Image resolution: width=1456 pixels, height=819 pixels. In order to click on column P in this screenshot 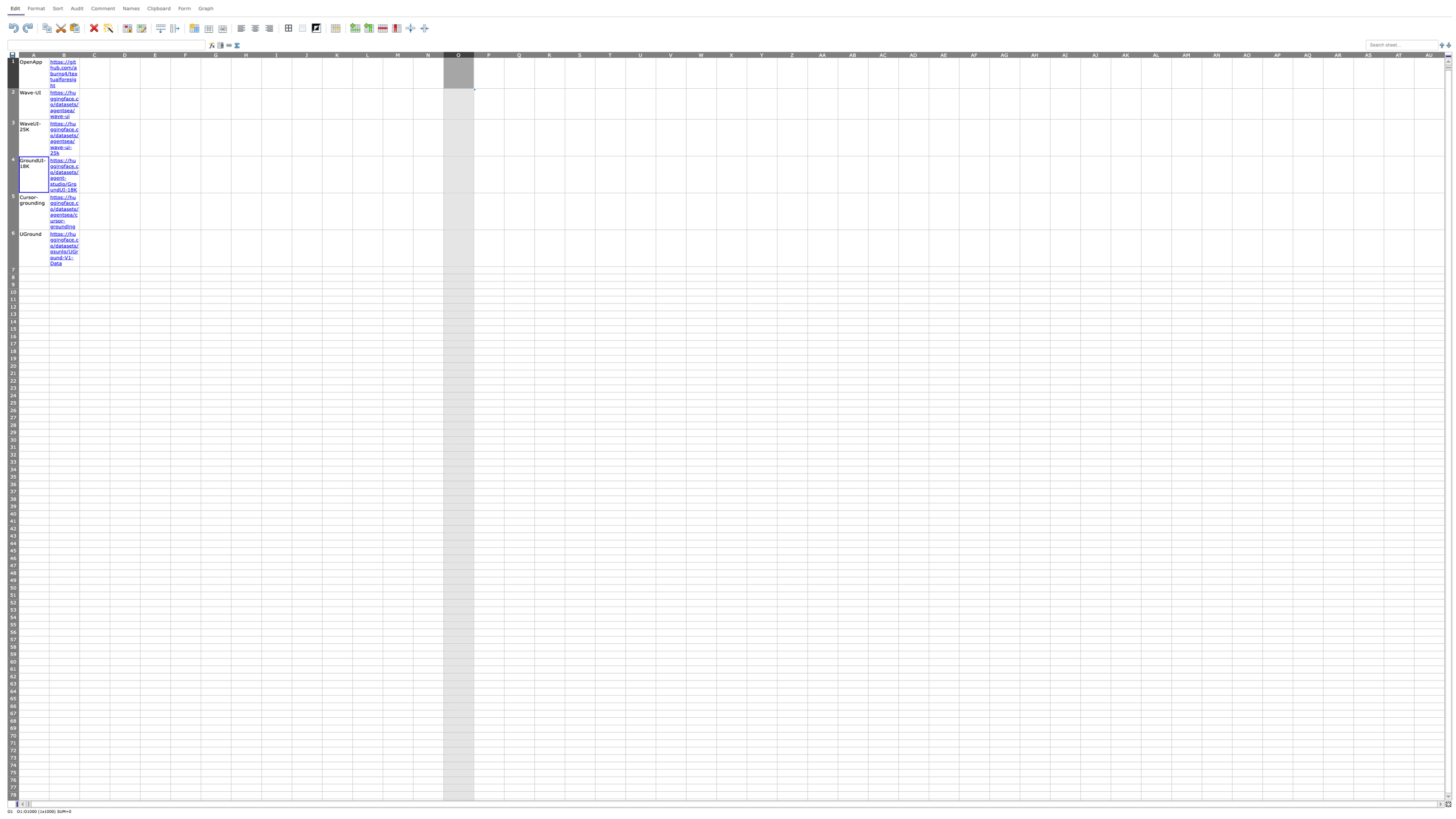, I will do `click(488, 54)`.